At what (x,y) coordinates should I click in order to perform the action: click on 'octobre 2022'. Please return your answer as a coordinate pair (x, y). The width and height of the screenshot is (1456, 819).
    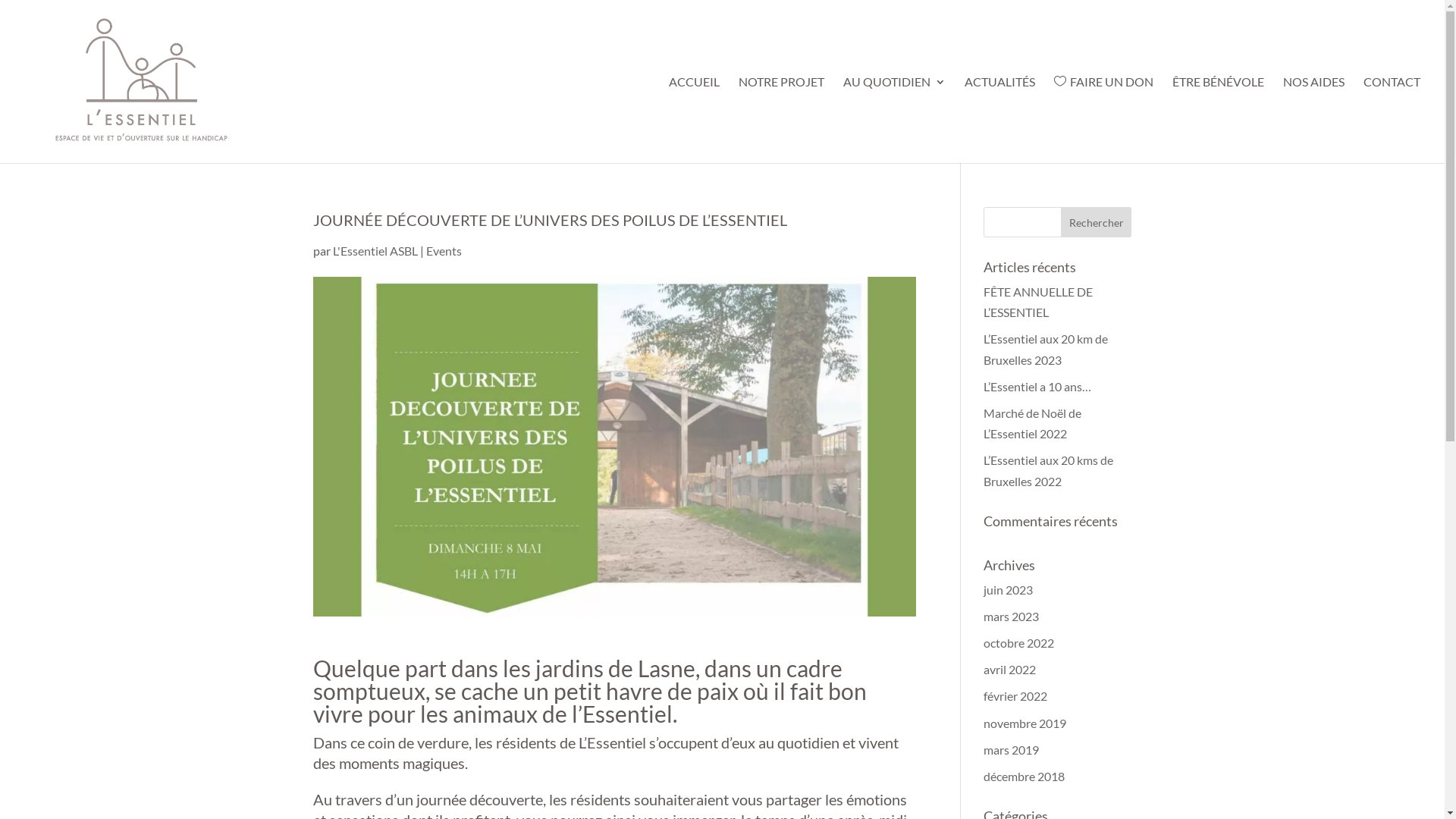
    Looking at the image, I should click on (1018, 642).